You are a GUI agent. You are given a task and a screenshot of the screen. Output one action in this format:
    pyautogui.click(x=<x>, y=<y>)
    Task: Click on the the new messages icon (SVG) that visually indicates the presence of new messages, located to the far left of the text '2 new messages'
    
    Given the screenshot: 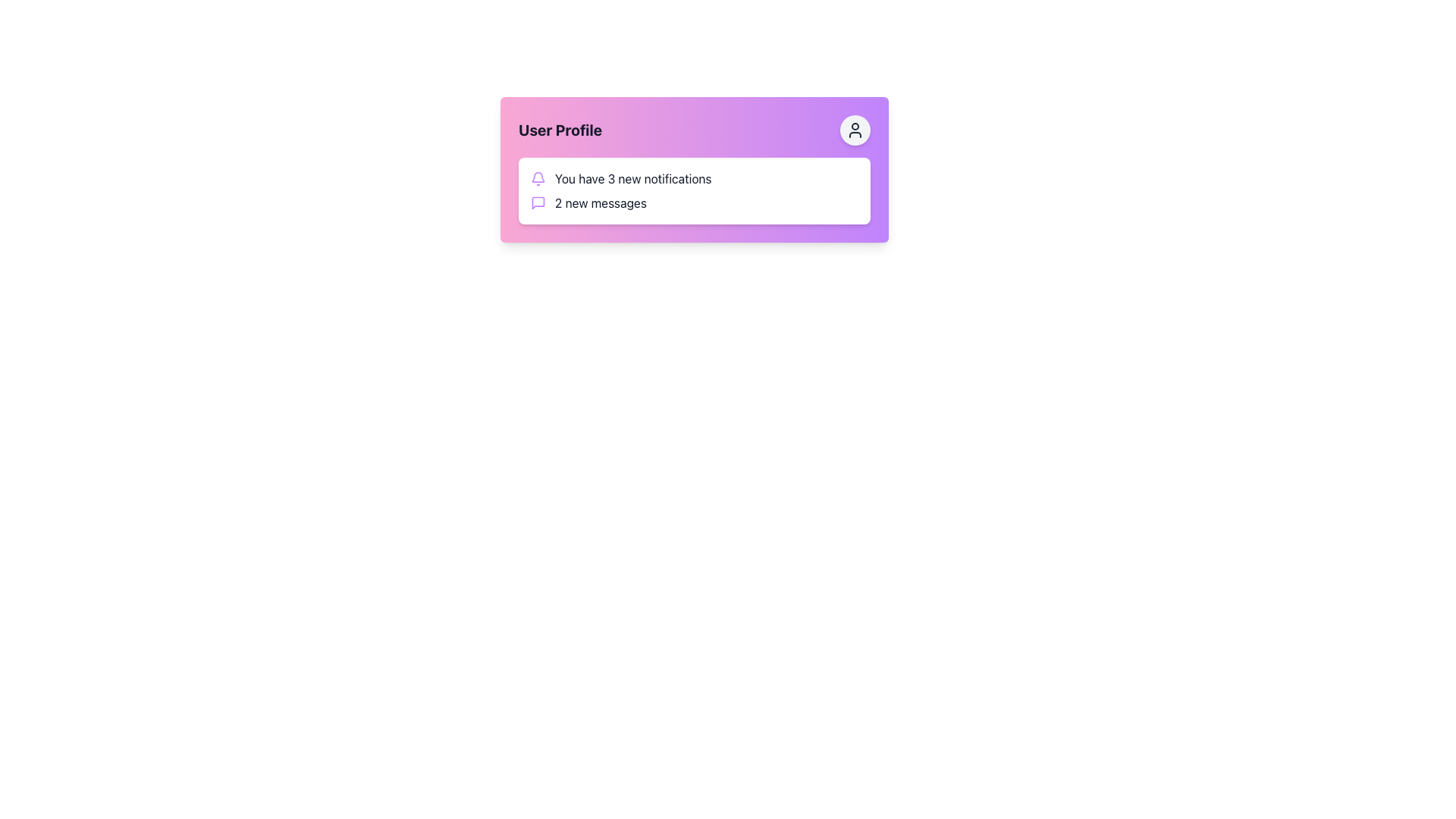 What is the action you would take?
    pyautogui.click(x=538, y=202)
    